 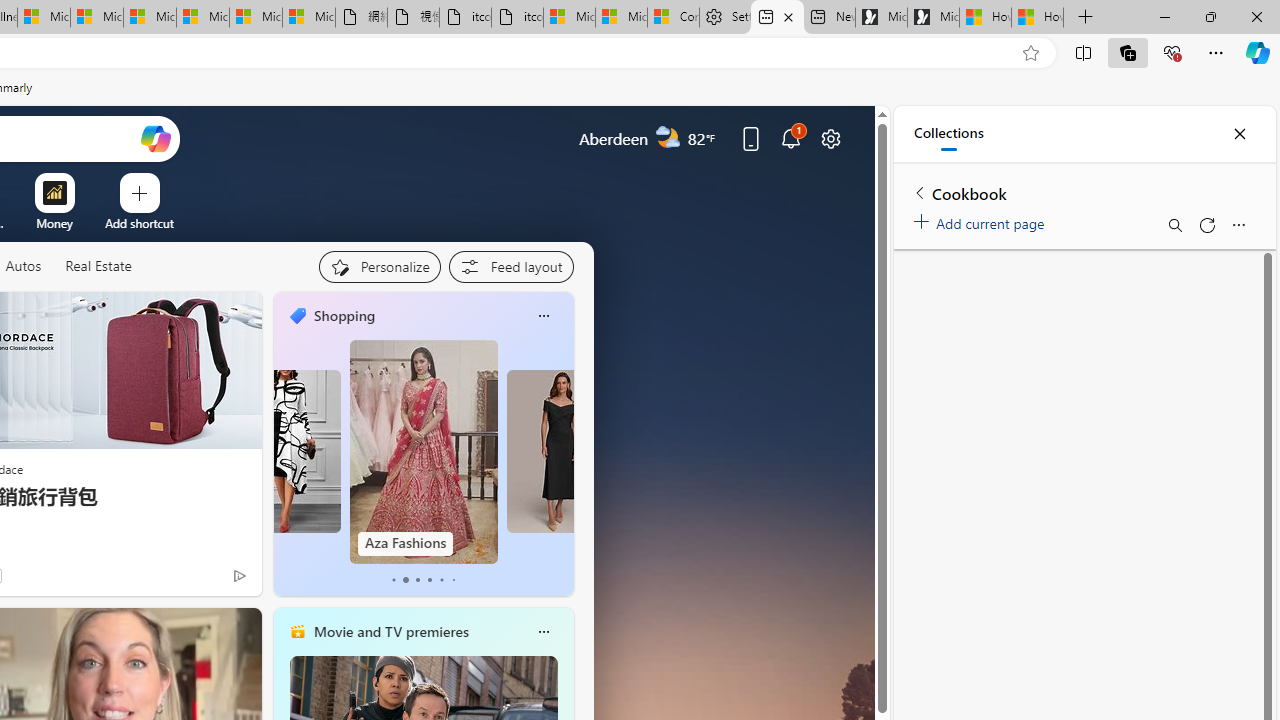 I want to click on 'tab-4', so click(x=440, y=579).